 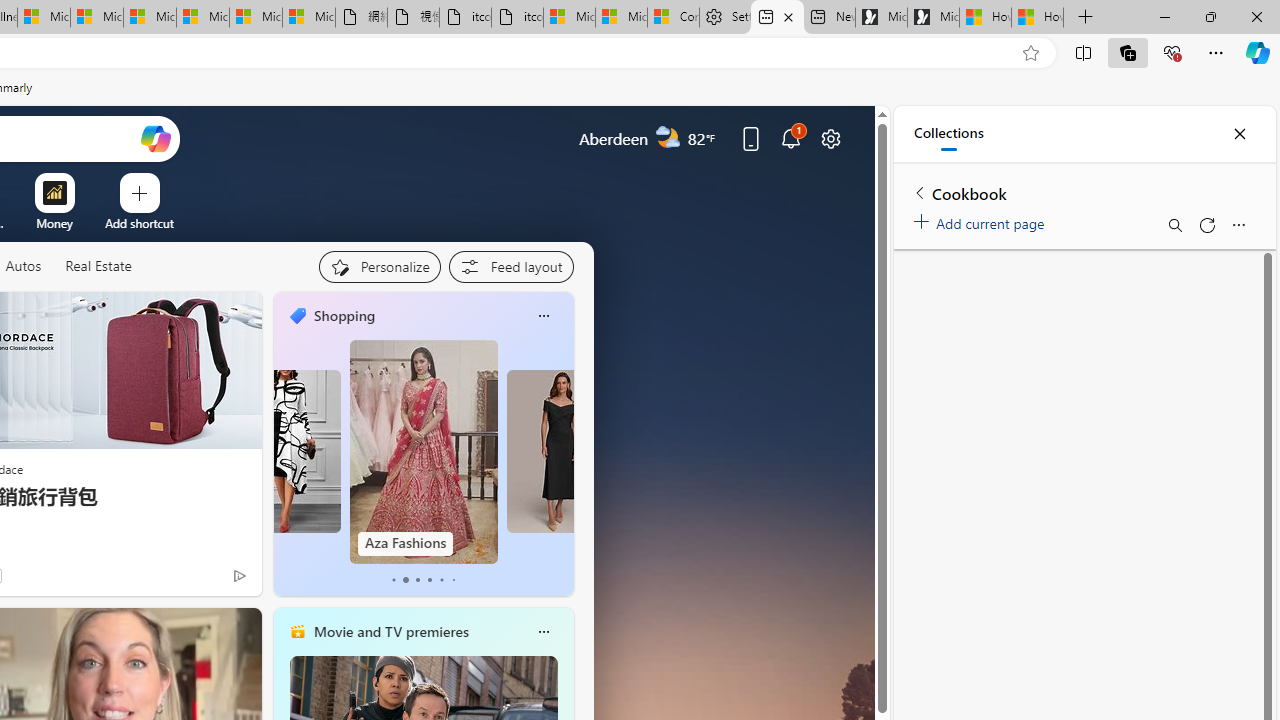 I want to click on 'tab-4', so click(x=440, y=579).